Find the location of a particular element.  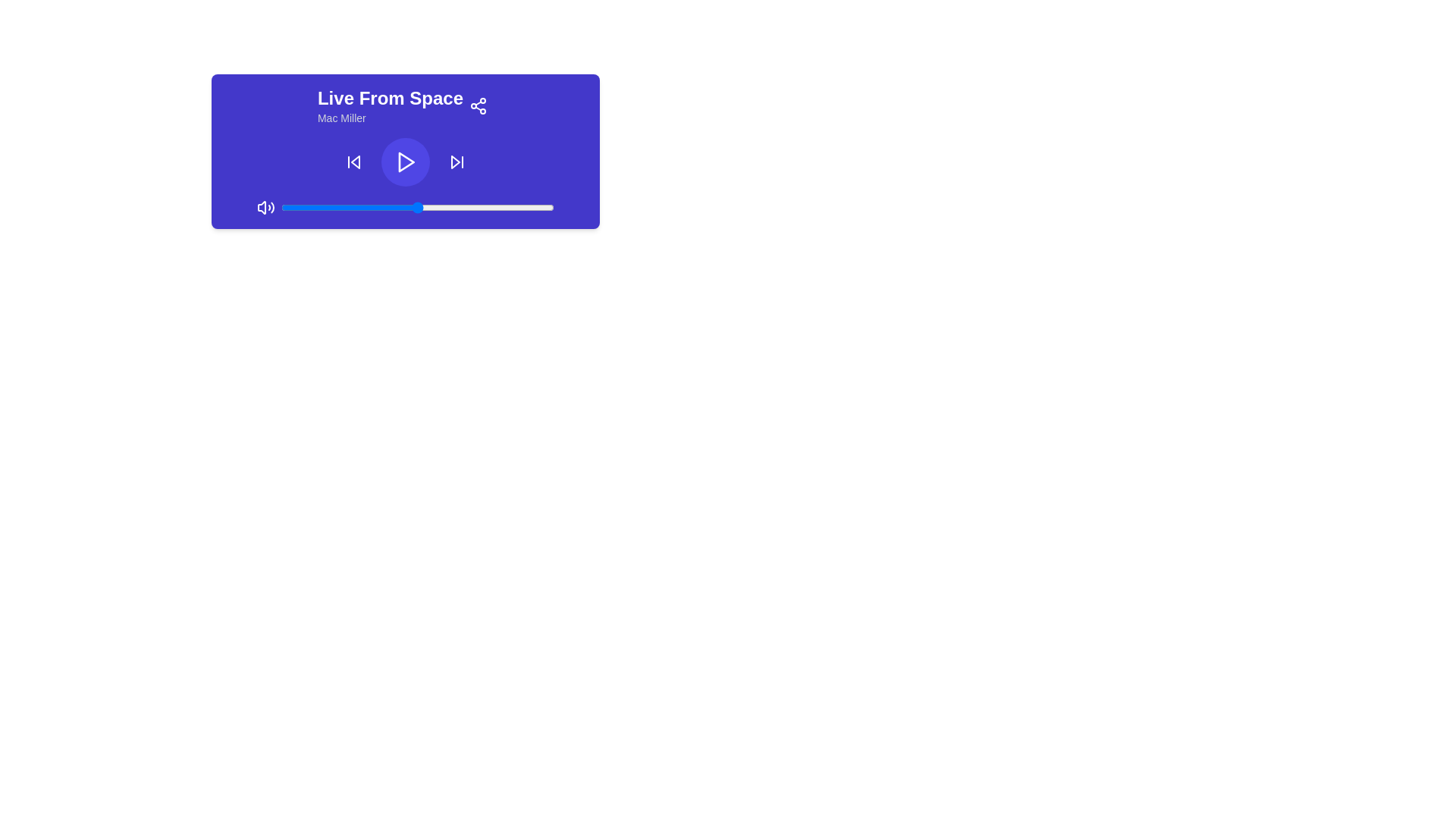

the small circular button with a share symbol located at the upper-right corner of the media player interface is located at coordinates (478, 105).